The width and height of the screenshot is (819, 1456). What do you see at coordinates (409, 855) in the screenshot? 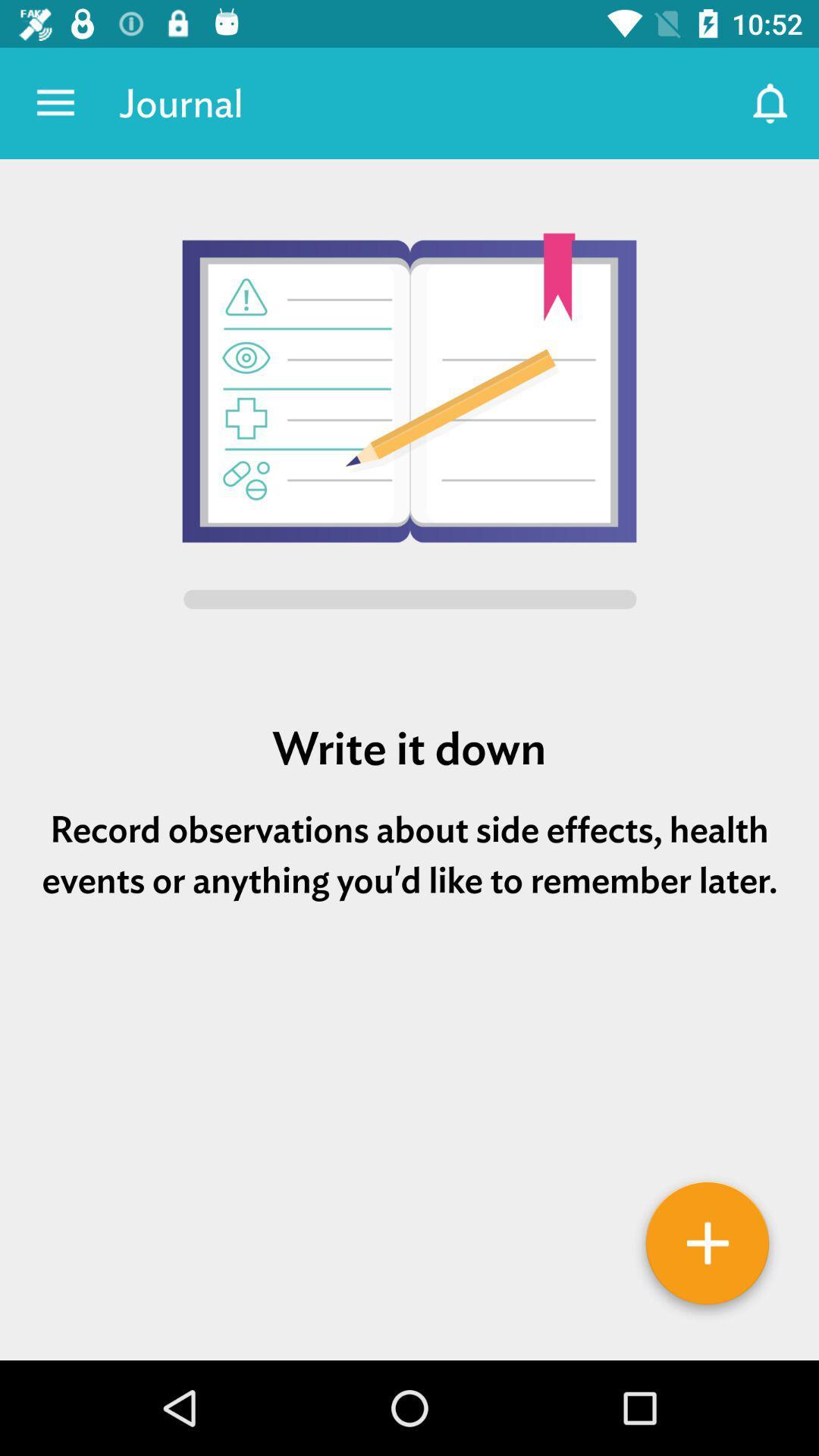
I see `item below the write it down item` at bounding box center [409, 855].